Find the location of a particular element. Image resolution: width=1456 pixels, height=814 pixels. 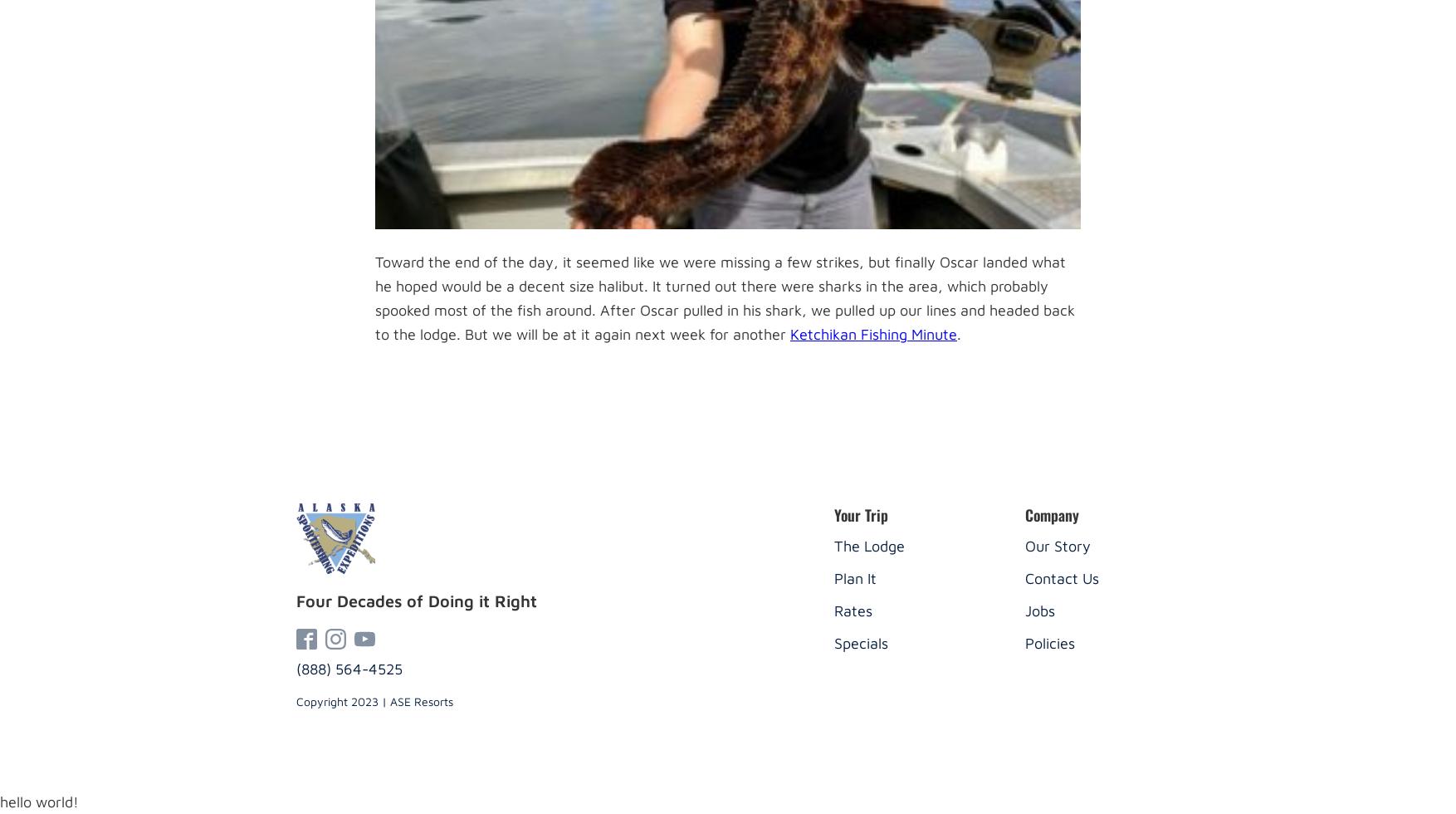

'Your Trip' is located at coordinates (833, 513).